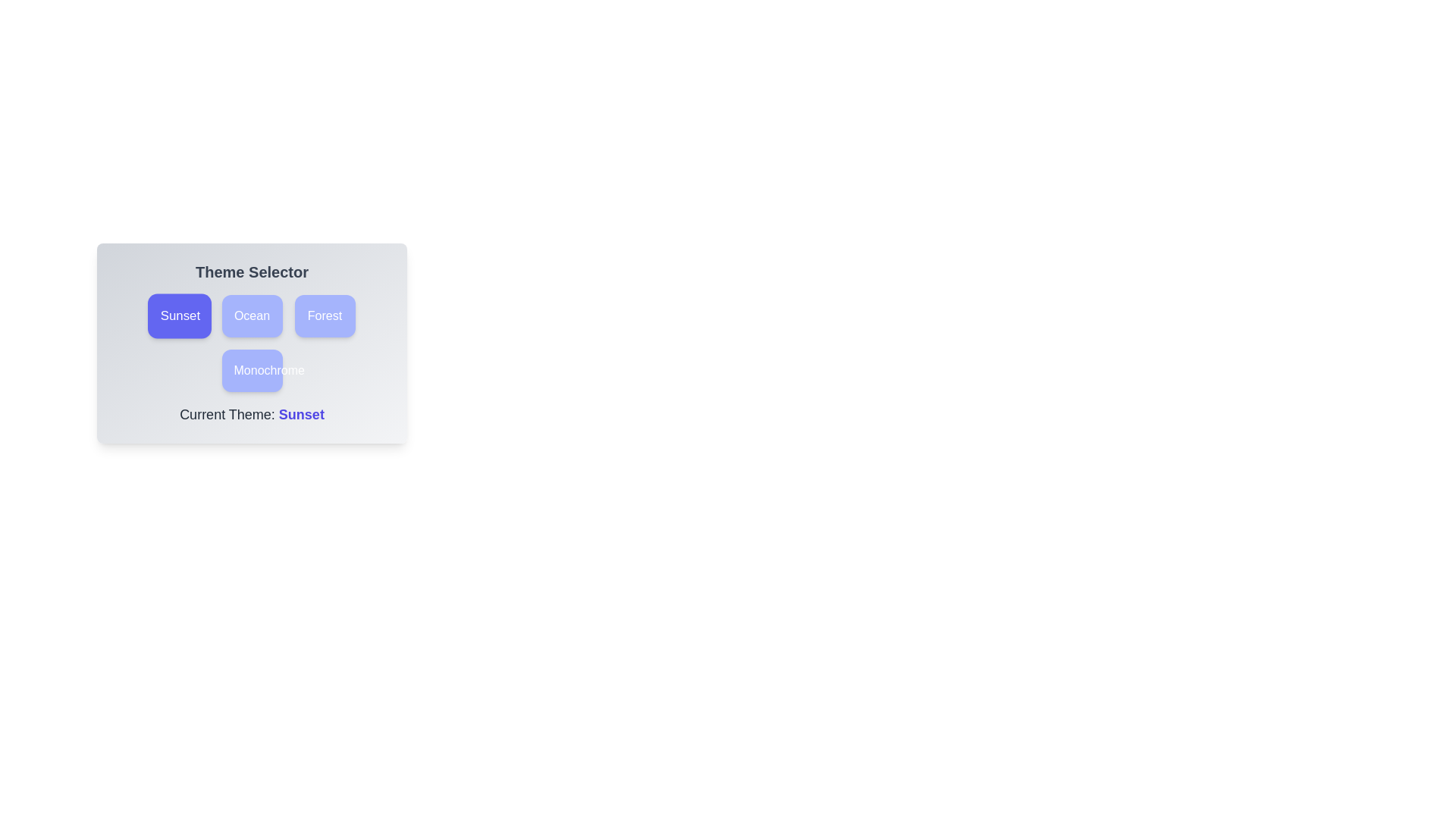 This screenshot has height=819, width=1456. Describe the element at coordinates (324, 315) in the screenshot. I see `the theme button labeled Forest` at that location.